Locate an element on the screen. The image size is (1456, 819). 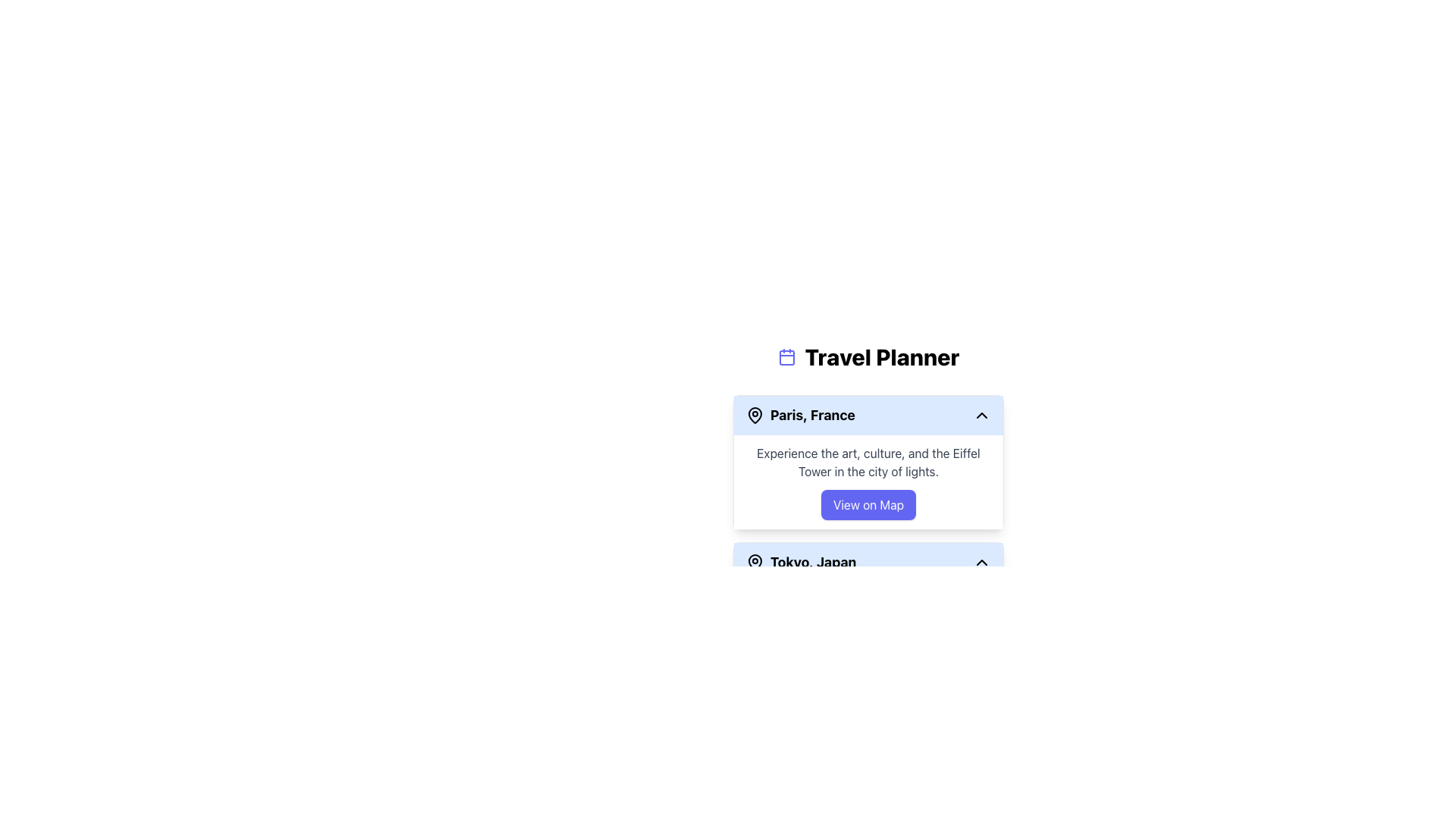
the map-pin icon, which is a minimalist outline design in black, located in the horizontal group next to the text 'Tokyo, Japan', positioned below the 'Paris, France' section is located at coordinates (755, 562).